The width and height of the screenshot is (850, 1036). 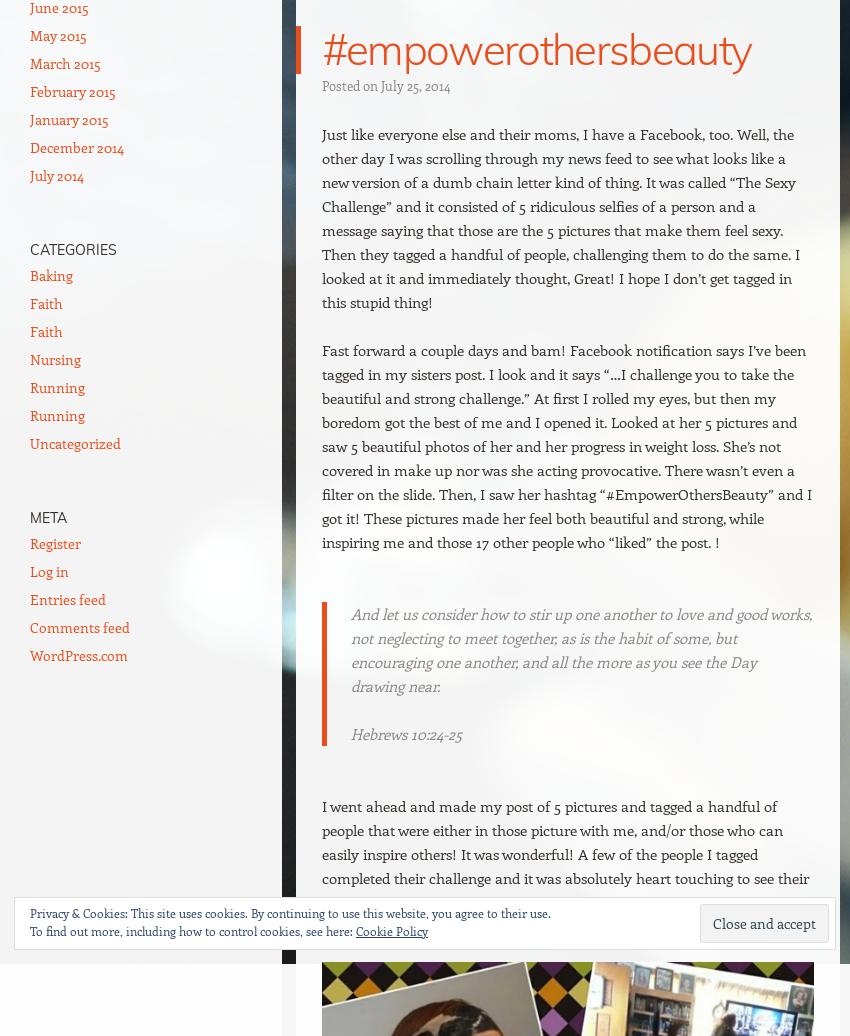 I want to click on 'July 2014', so click(x=57, y=175).